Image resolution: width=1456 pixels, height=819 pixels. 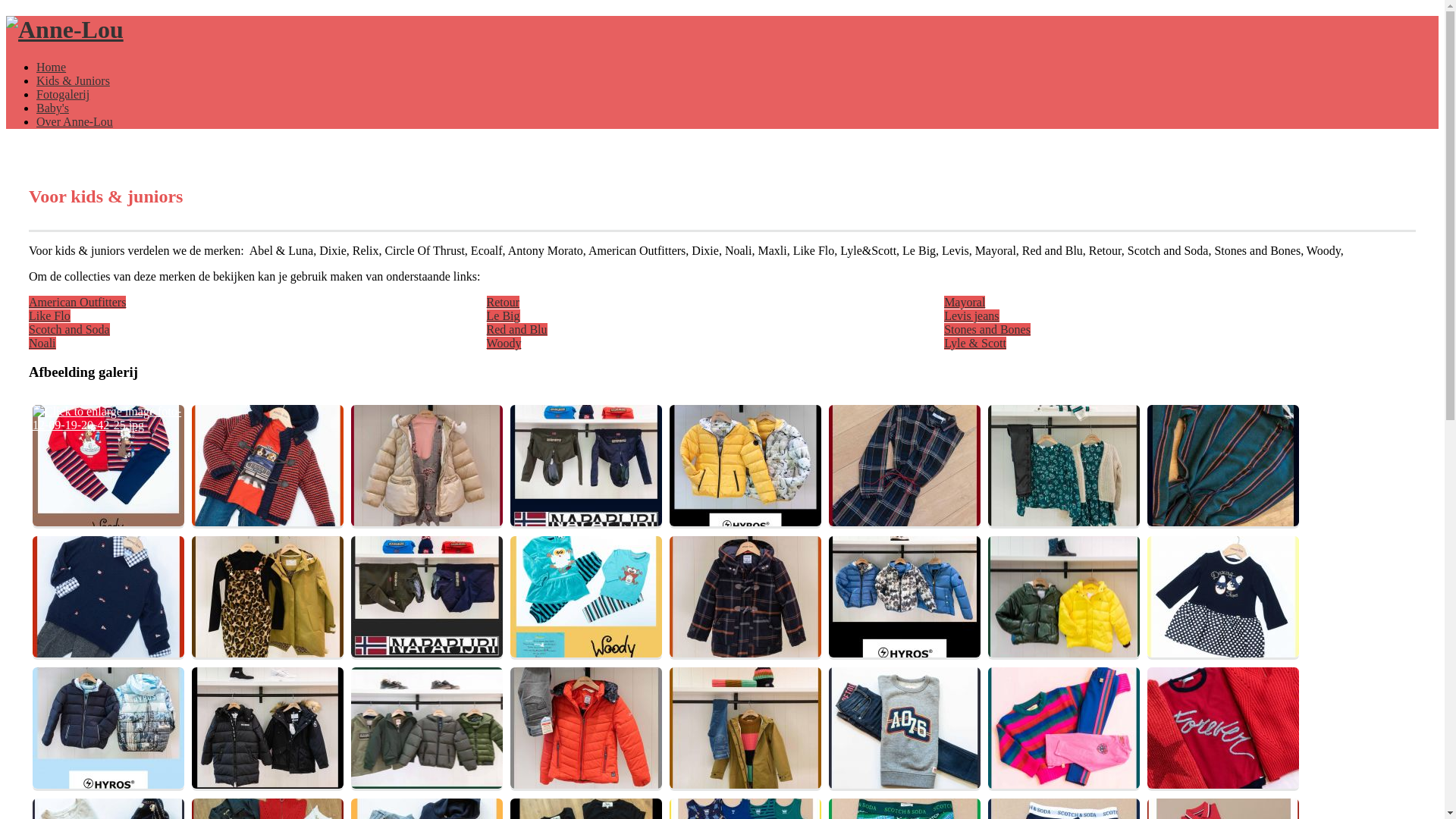 What do you see at coordinates (503, 315) in the screenshot?
I see `'Le Big'` at bounding box center [503, 315].